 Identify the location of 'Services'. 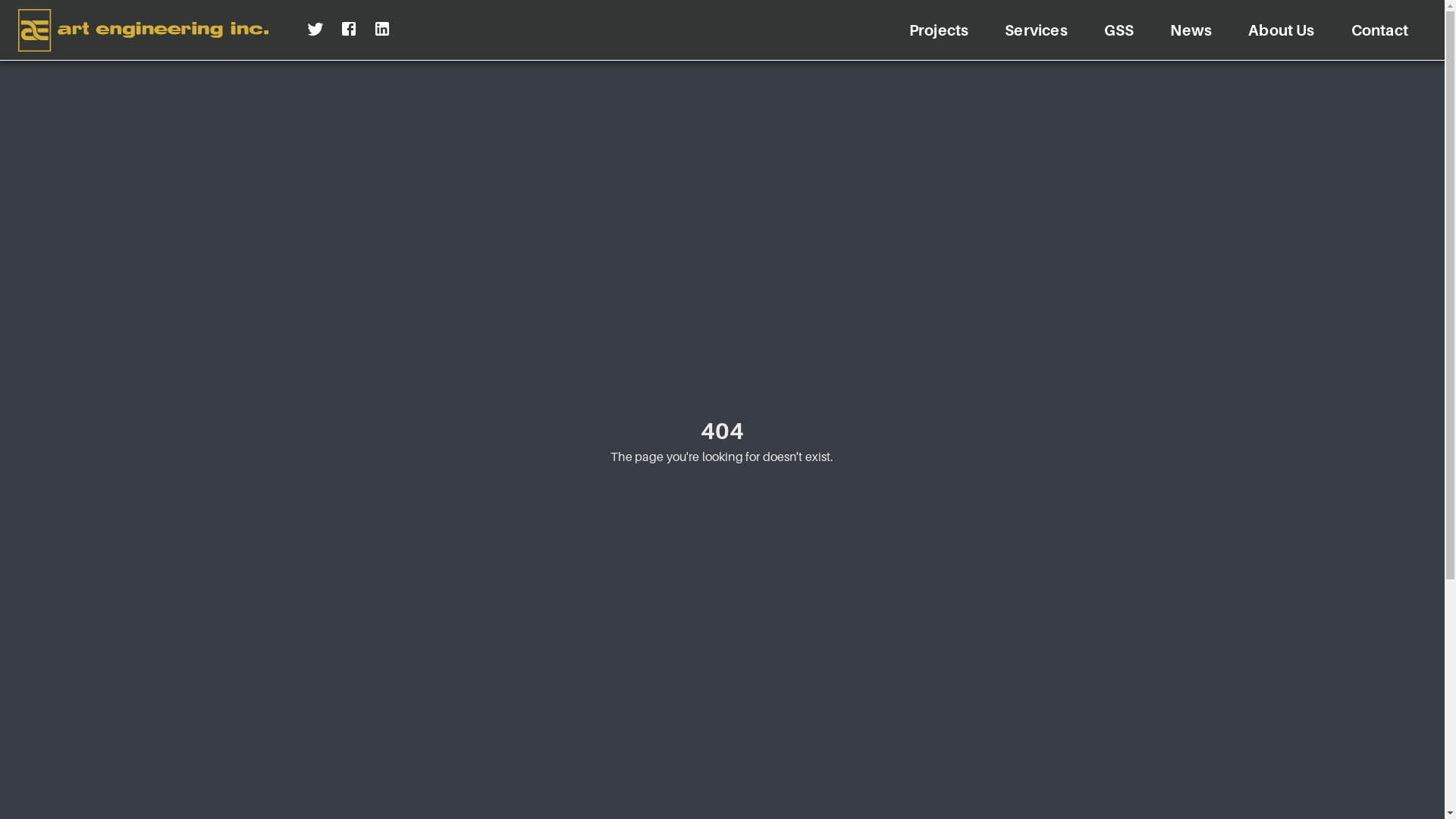
(986, 30).